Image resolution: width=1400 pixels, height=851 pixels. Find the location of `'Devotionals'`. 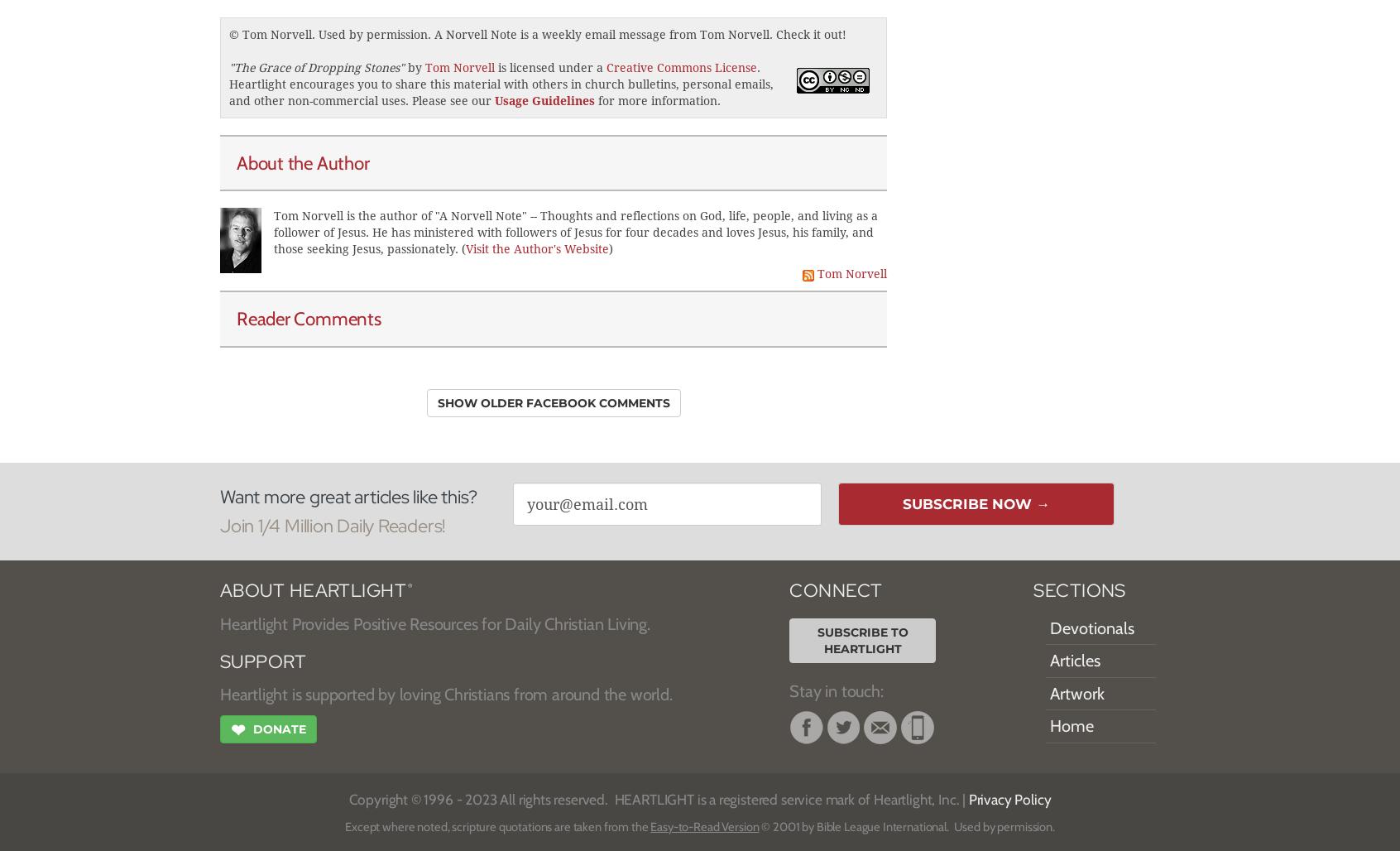

'Devotionals' is located at coordinates (1091, 627).